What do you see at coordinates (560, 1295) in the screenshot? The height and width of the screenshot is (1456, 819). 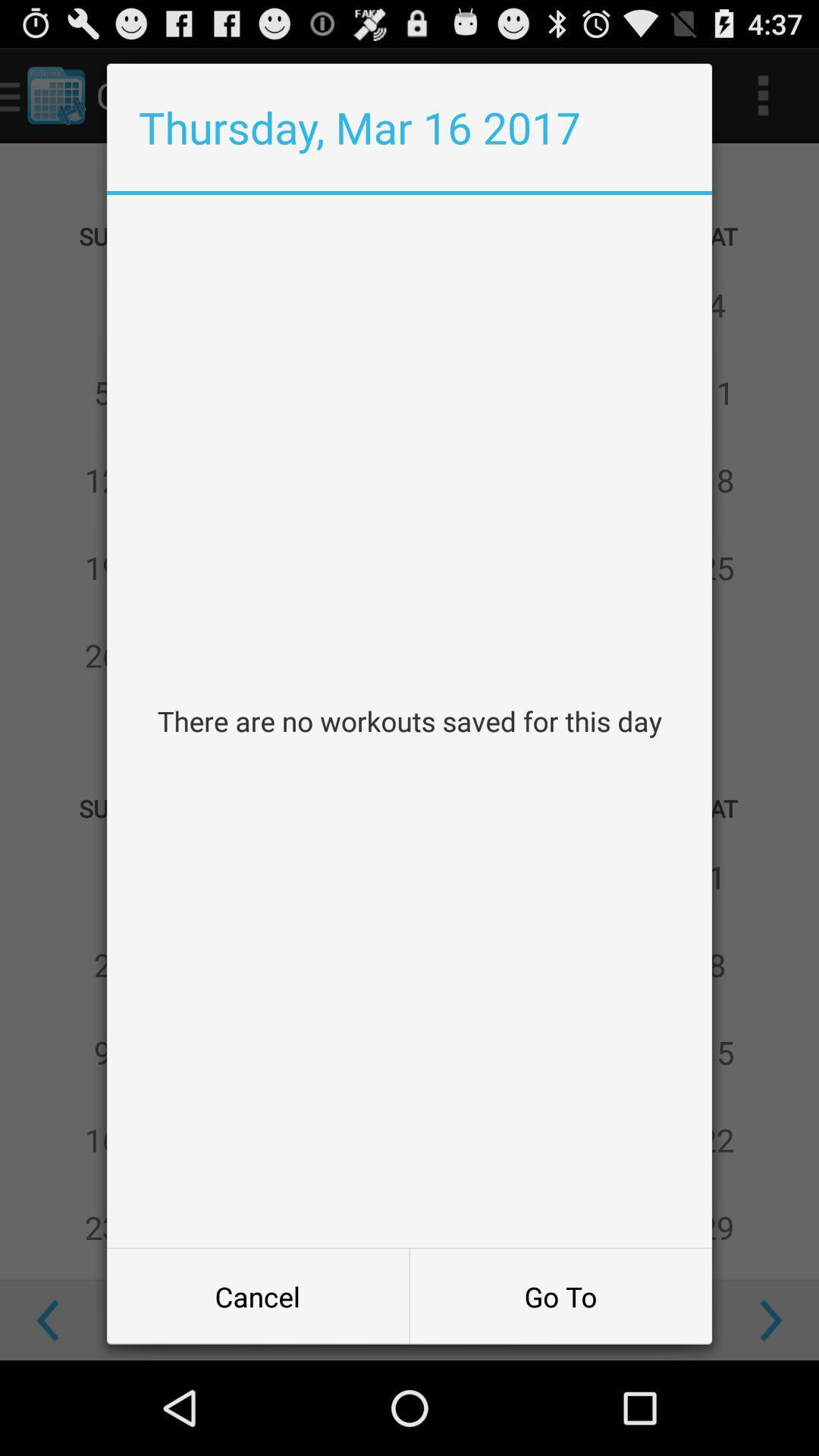 I see `the button to the right of the cancel button` at bounding box center [560, 1295].